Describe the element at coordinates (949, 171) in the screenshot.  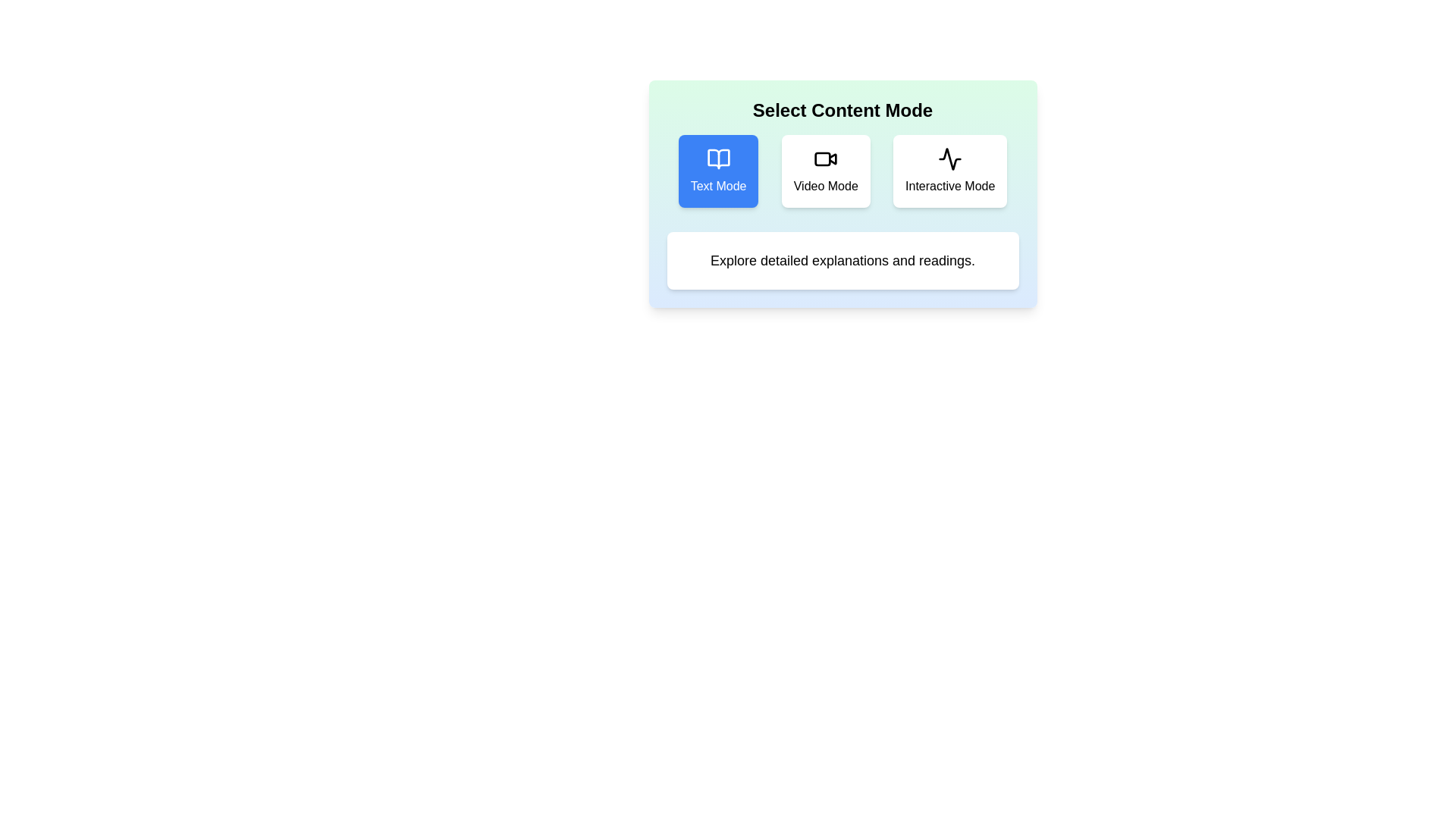
I see `the Interactive Mode button to see its hover effect` at that location.